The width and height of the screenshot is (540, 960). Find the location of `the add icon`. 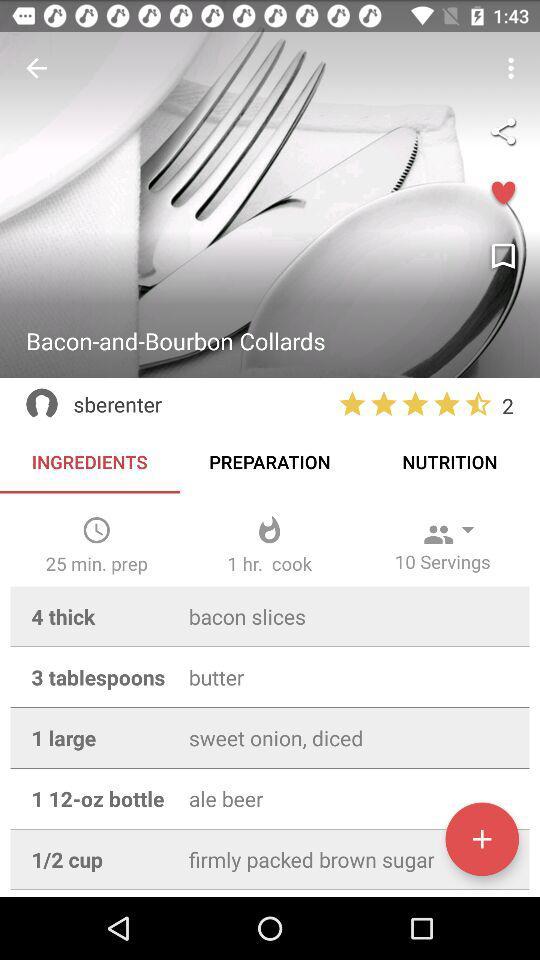

the add icon is located at coordinates (481, 839).